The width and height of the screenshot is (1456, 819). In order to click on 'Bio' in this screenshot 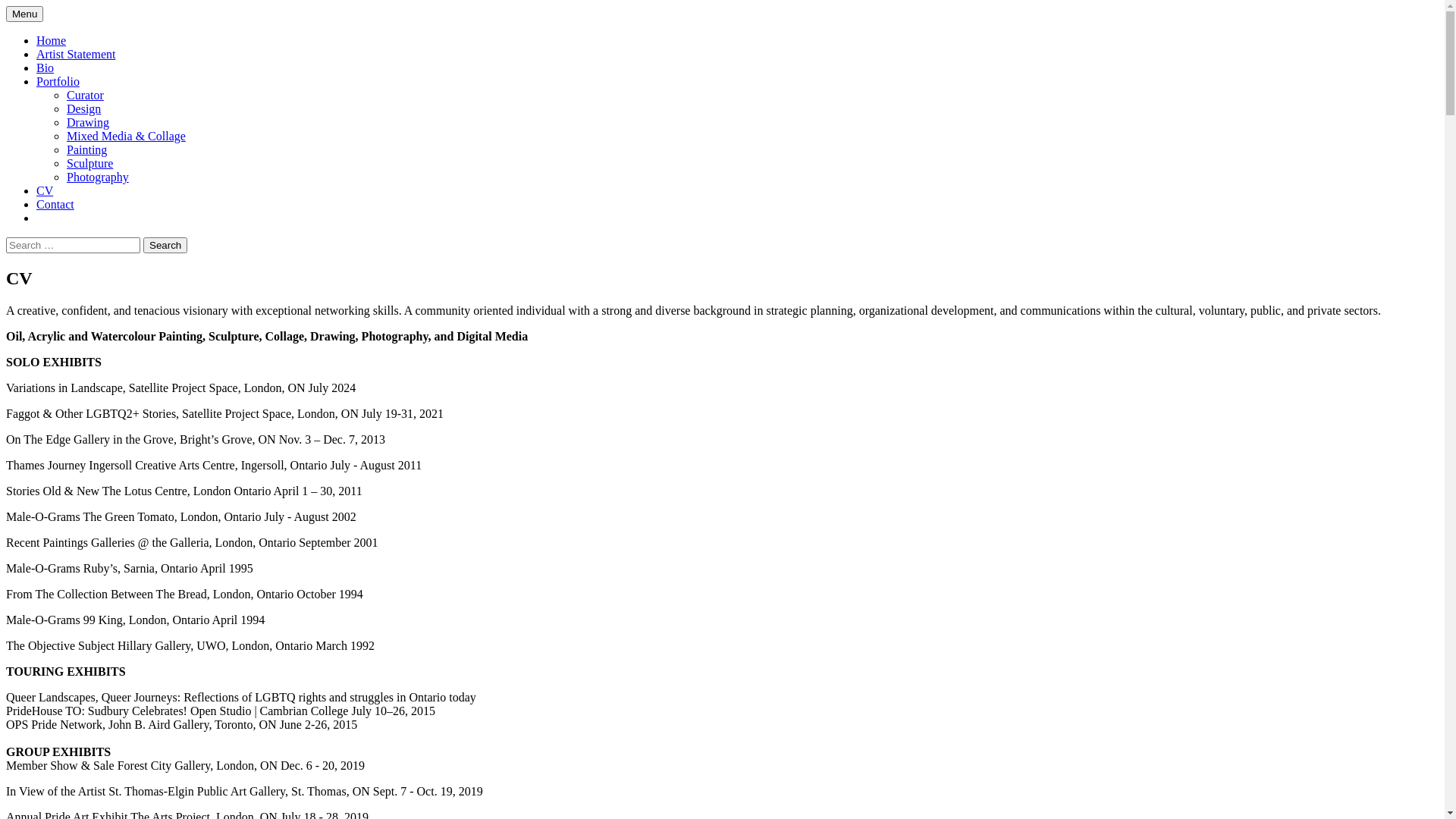, I will do `click(45, 67)`.